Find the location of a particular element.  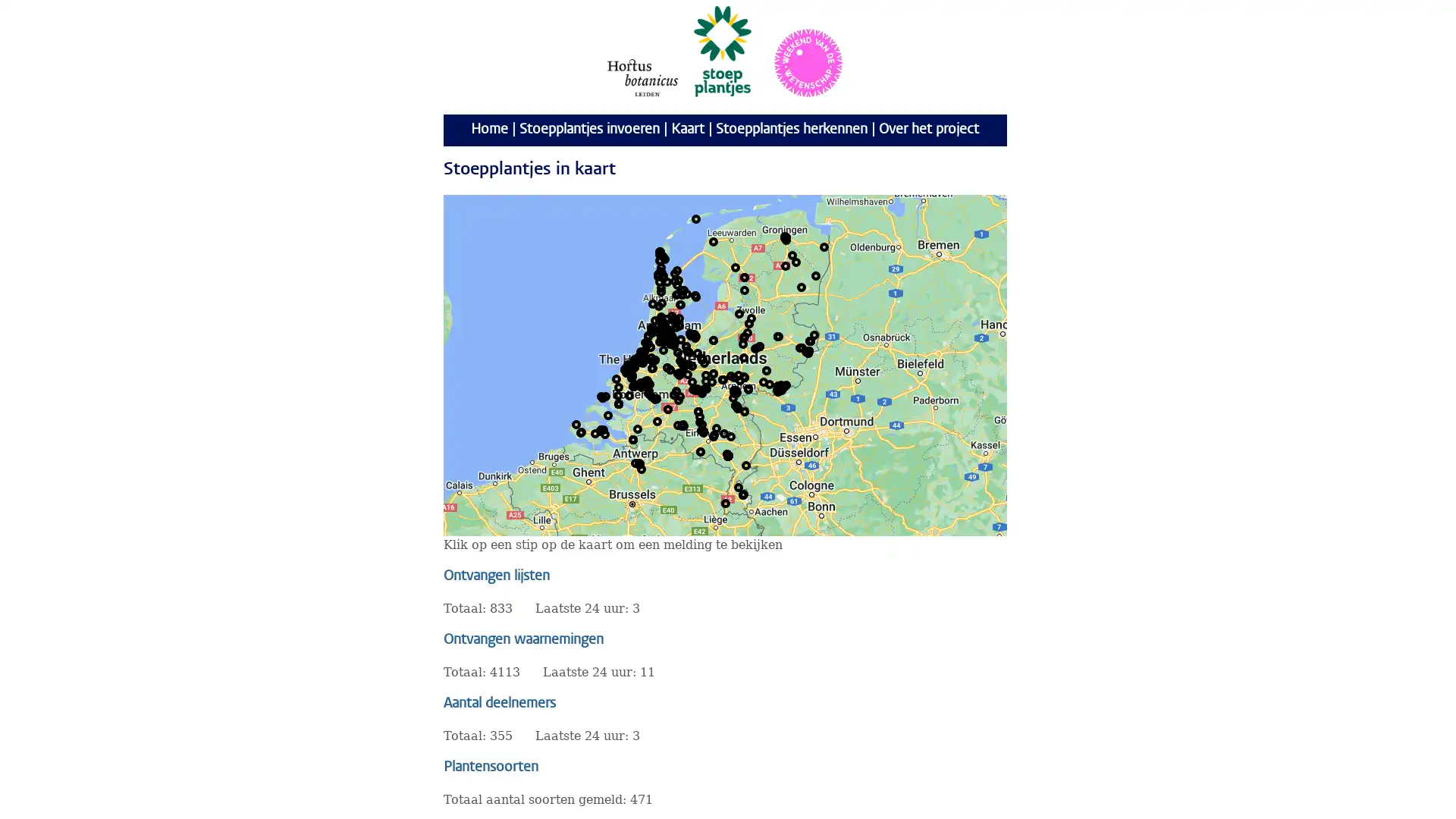

Telling van R.W.Janzen op 03 april 2022 is located at coordinates (679, 374).